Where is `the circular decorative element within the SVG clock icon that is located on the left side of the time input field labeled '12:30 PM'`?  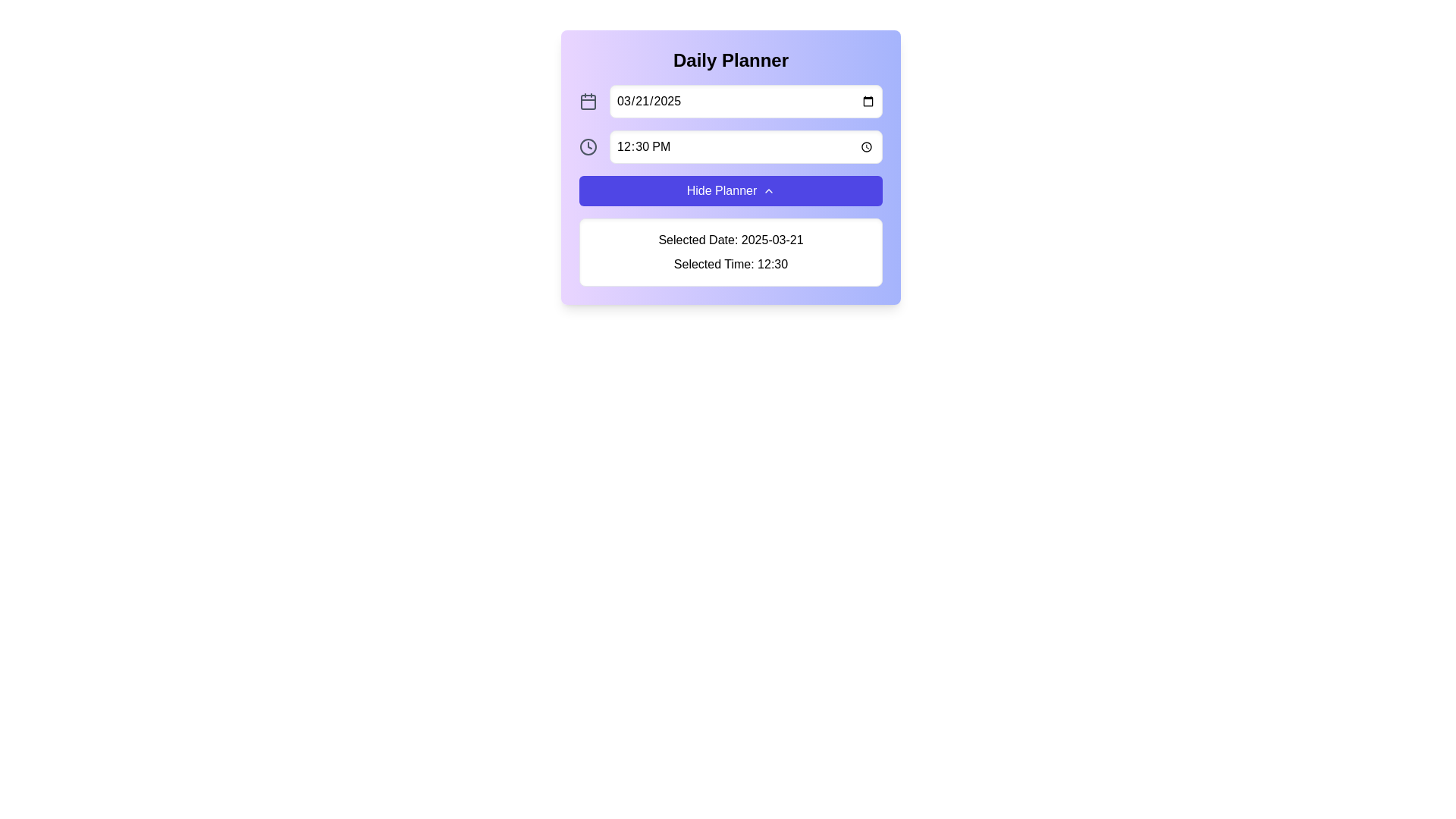 the circular decorative element within the SVG clock icon that is located on the left side of the time input field labeled '12:30 PM' is located at coordinates (588, 146).